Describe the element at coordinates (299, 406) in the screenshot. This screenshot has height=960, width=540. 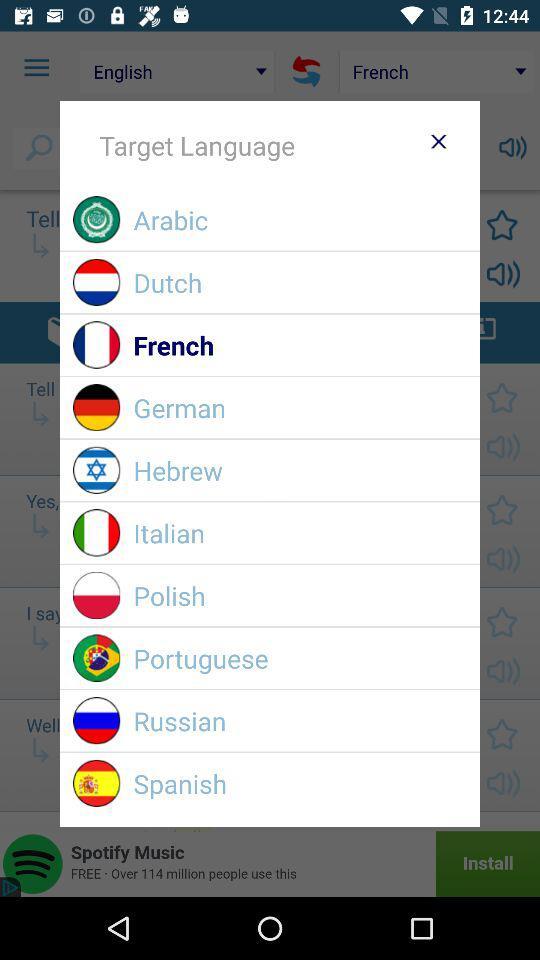
I see `german item` at that location.